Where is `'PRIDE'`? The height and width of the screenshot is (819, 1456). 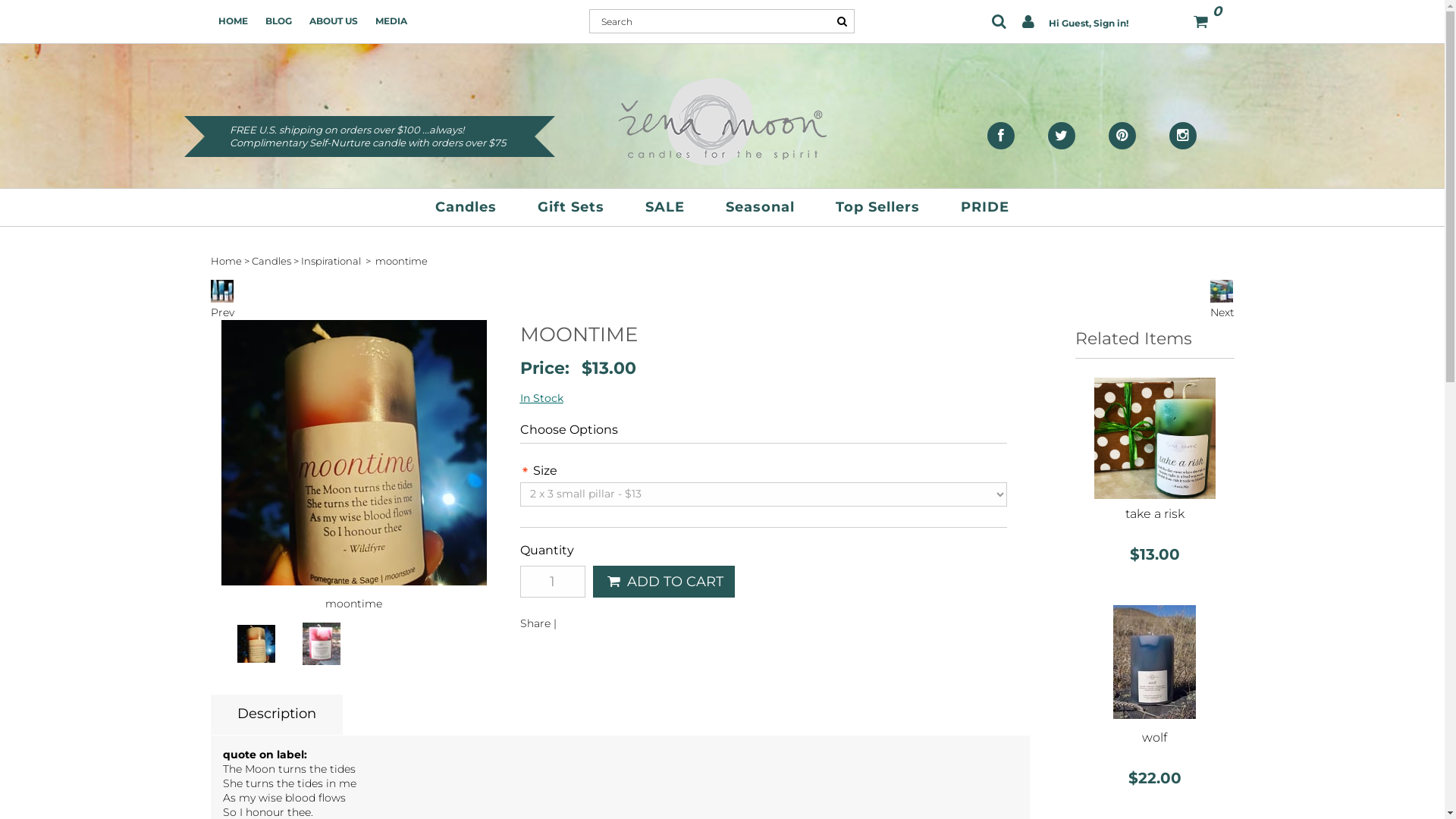 'PRIDE' is located at coordinates (985, 206).